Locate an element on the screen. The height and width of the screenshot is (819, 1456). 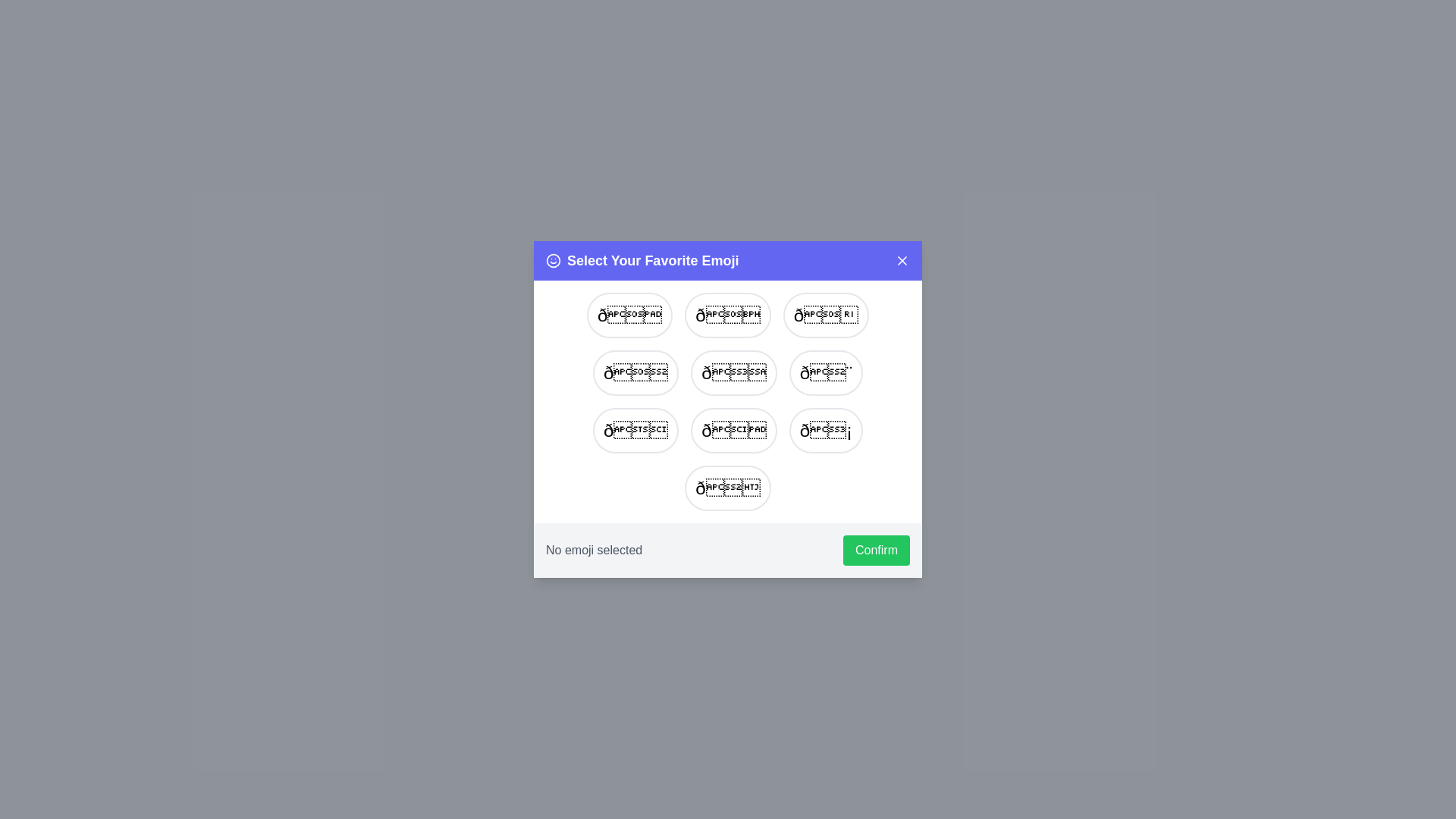
the emoji 😍 from the list is located at coordinates (825, 315).